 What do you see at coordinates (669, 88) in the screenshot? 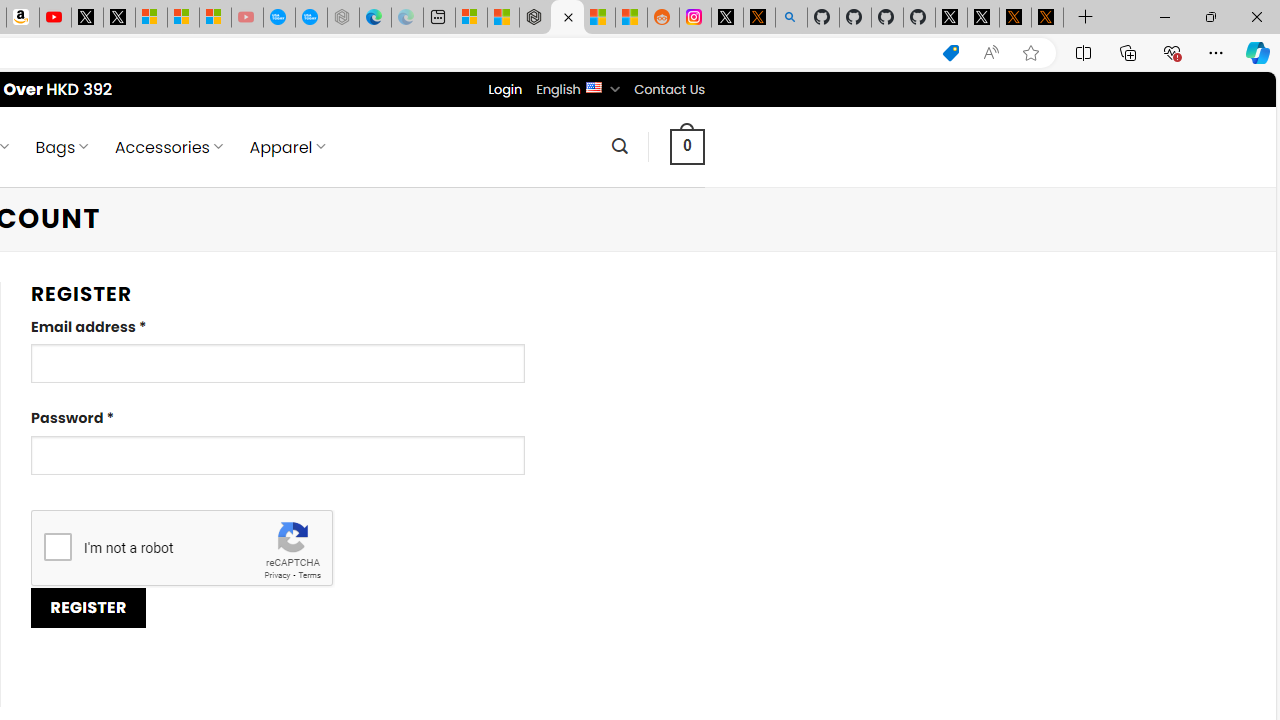
I see `'Contact Us'` at bounding box center [669, 88].